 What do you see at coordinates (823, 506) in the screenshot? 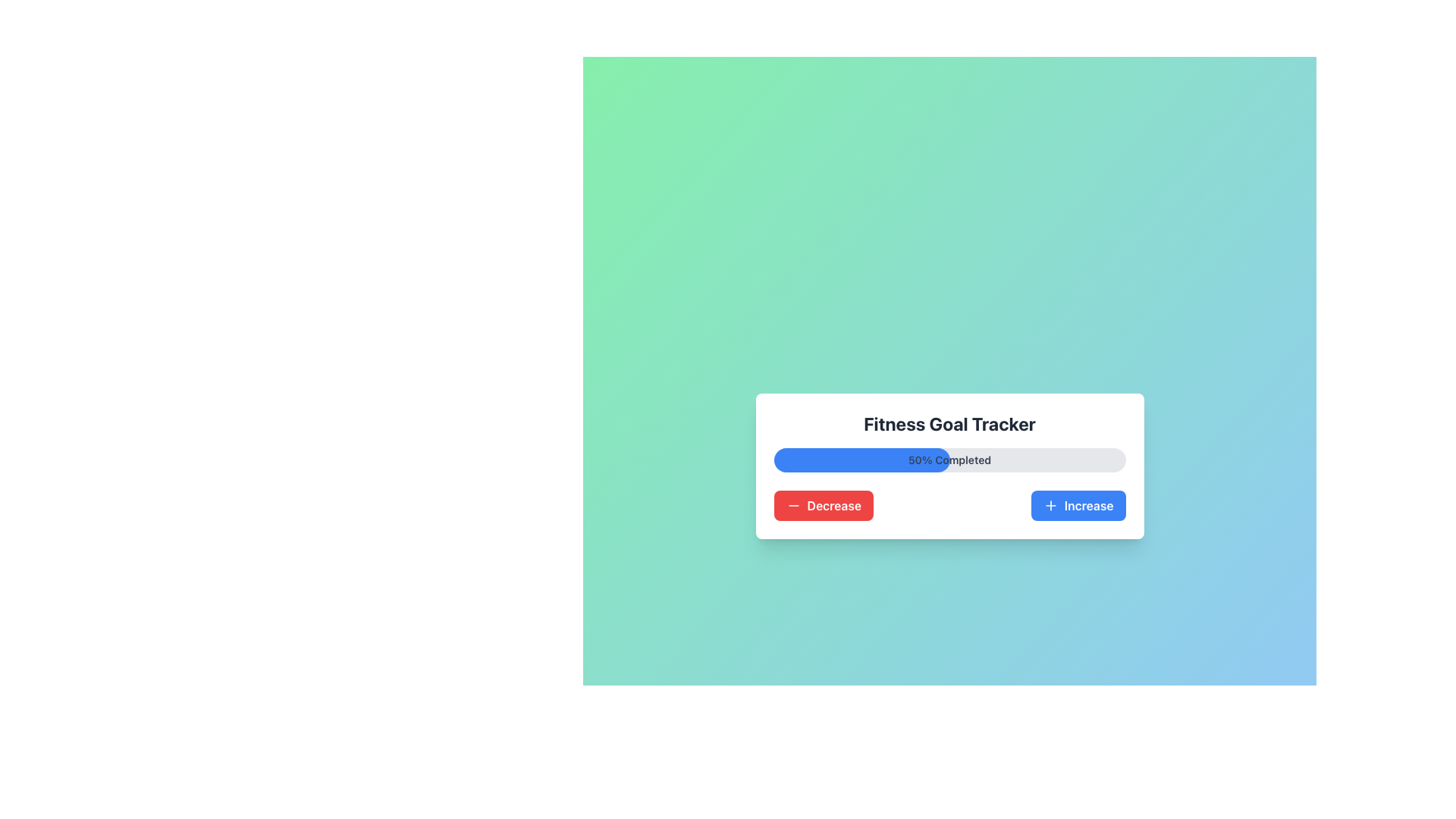
I see `the red rectangular button labeled 'Decrease' with a minus icon, positioned at the bottom-left of the Fitness Goal Tracker card` at bounding box center [823, 506].